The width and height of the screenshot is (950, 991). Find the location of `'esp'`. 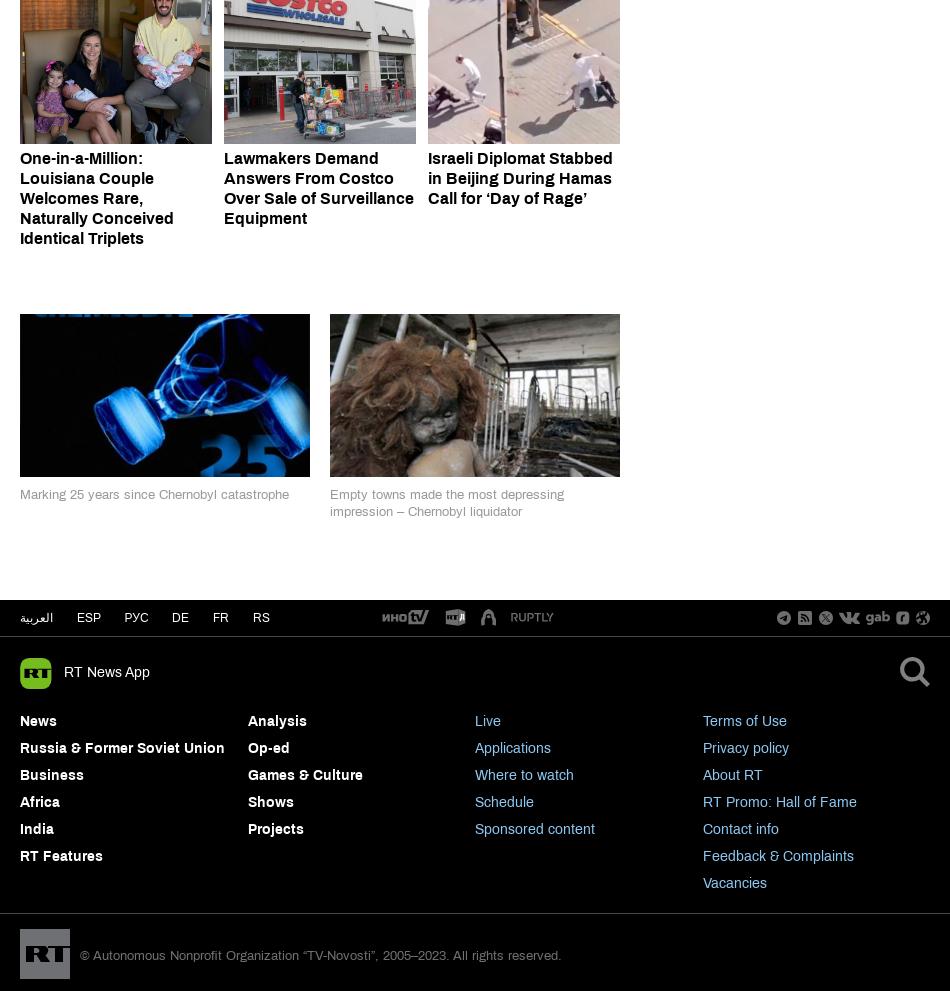

'esp' is located at coordinates (87, 616).